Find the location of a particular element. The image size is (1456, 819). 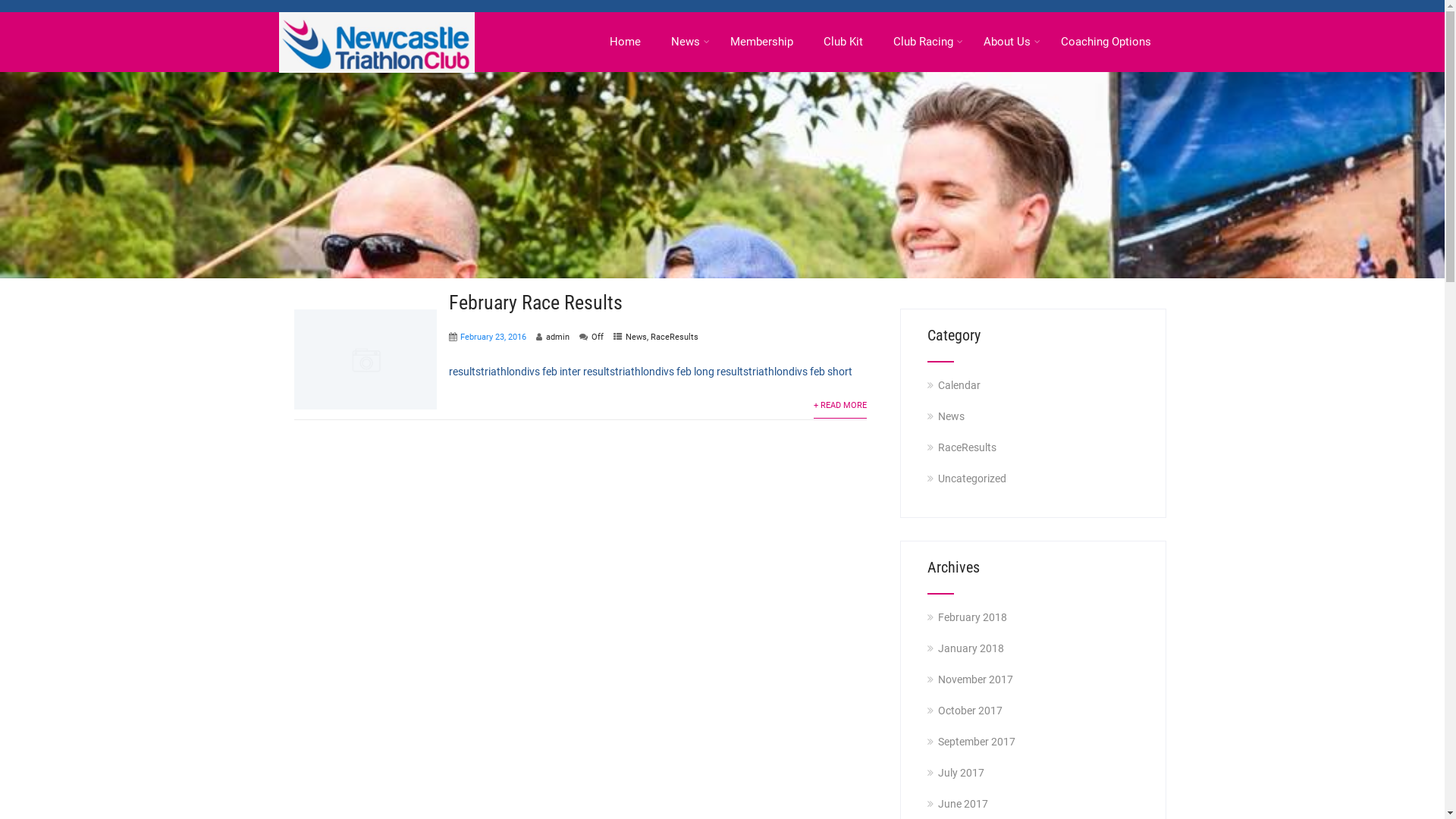

'RaceResults' is located at coordinates (673, 336).